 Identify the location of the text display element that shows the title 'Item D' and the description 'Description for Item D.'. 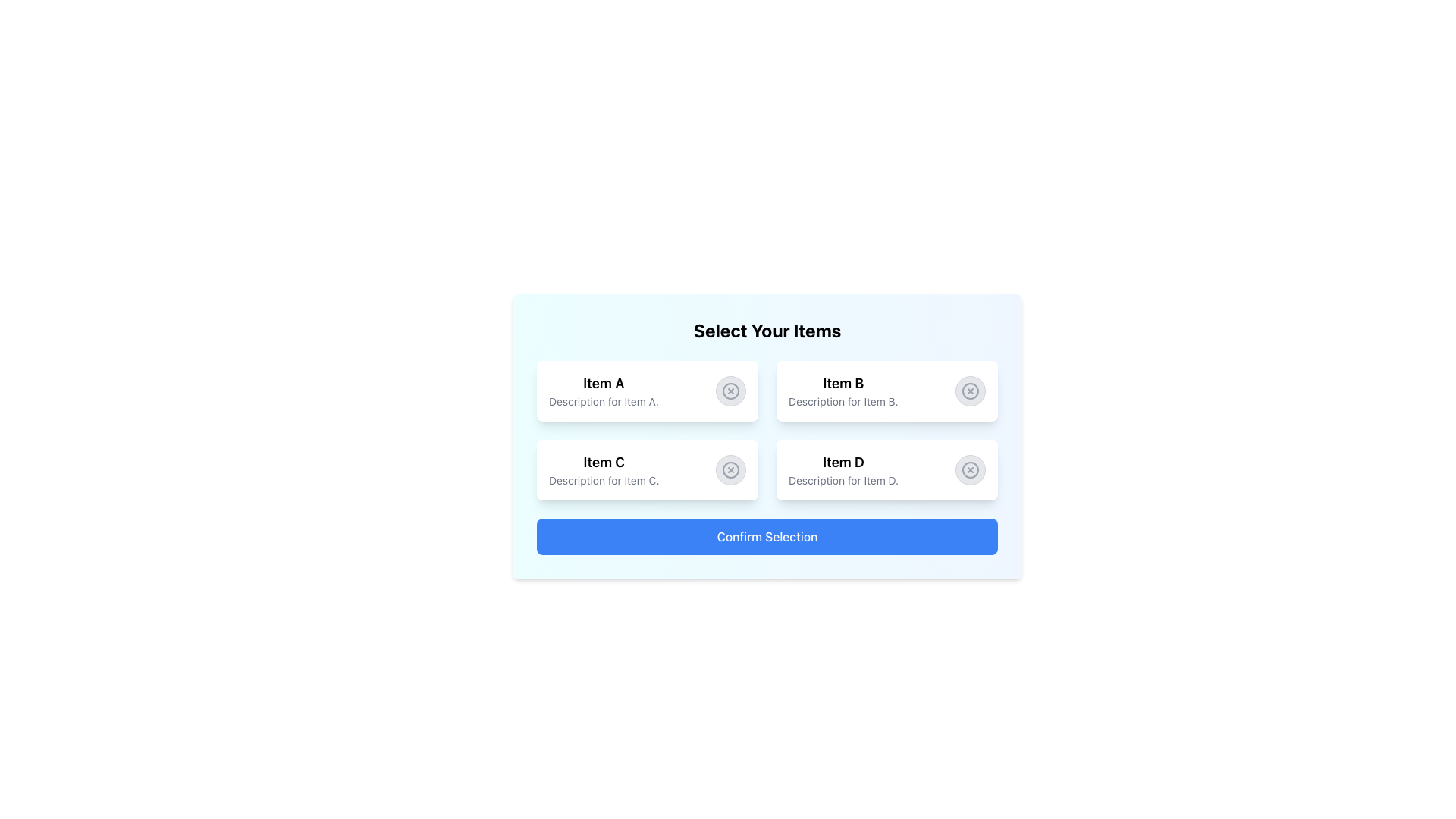
(843, 469).